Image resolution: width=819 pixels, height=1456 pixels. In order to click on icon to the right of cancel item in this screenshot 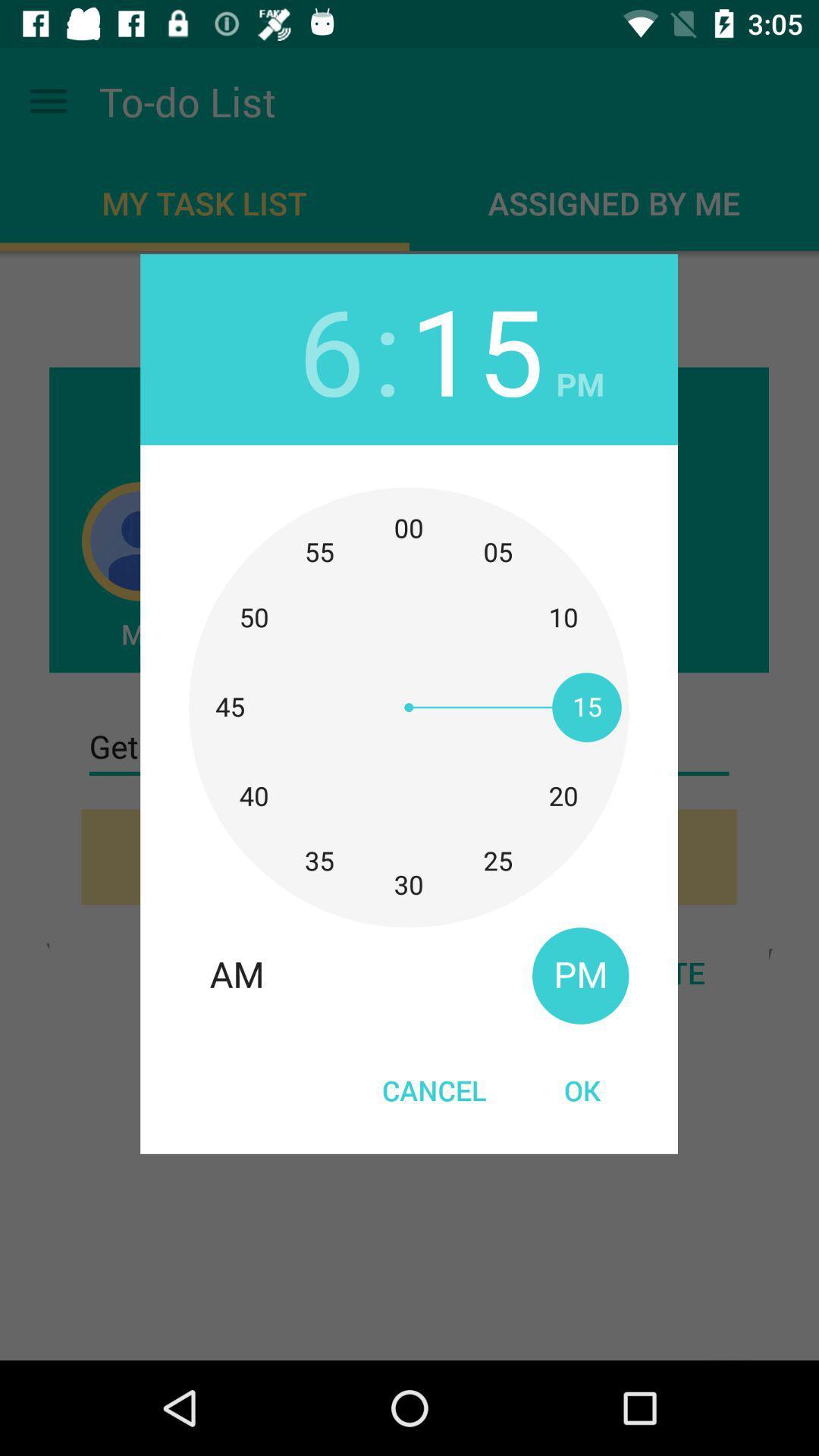, I will do `click(581, 1089)`.